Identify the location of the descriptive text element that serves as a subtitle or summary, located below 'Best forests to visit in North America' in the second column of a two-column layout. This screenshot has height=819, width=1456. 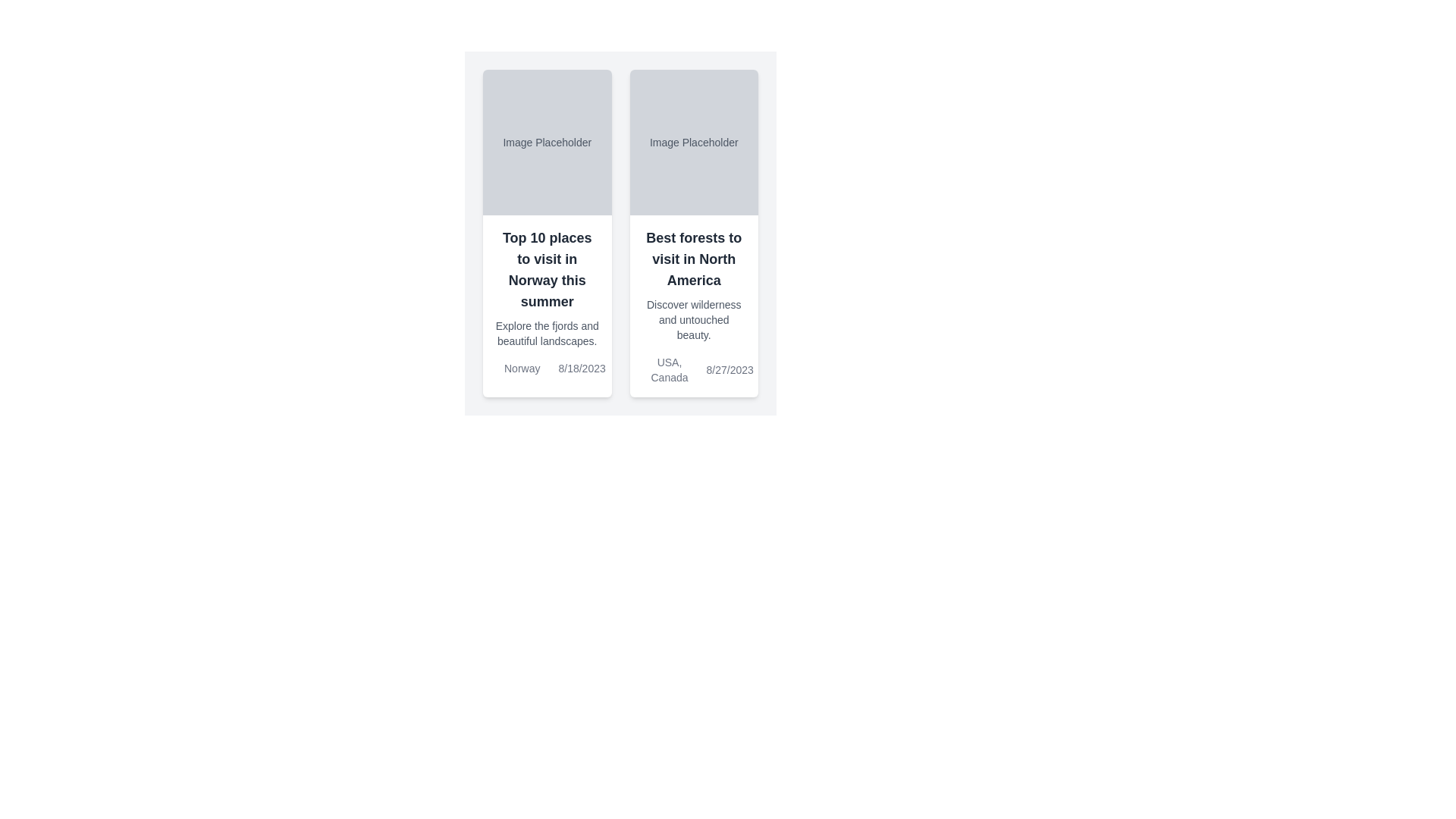
(693, 318).